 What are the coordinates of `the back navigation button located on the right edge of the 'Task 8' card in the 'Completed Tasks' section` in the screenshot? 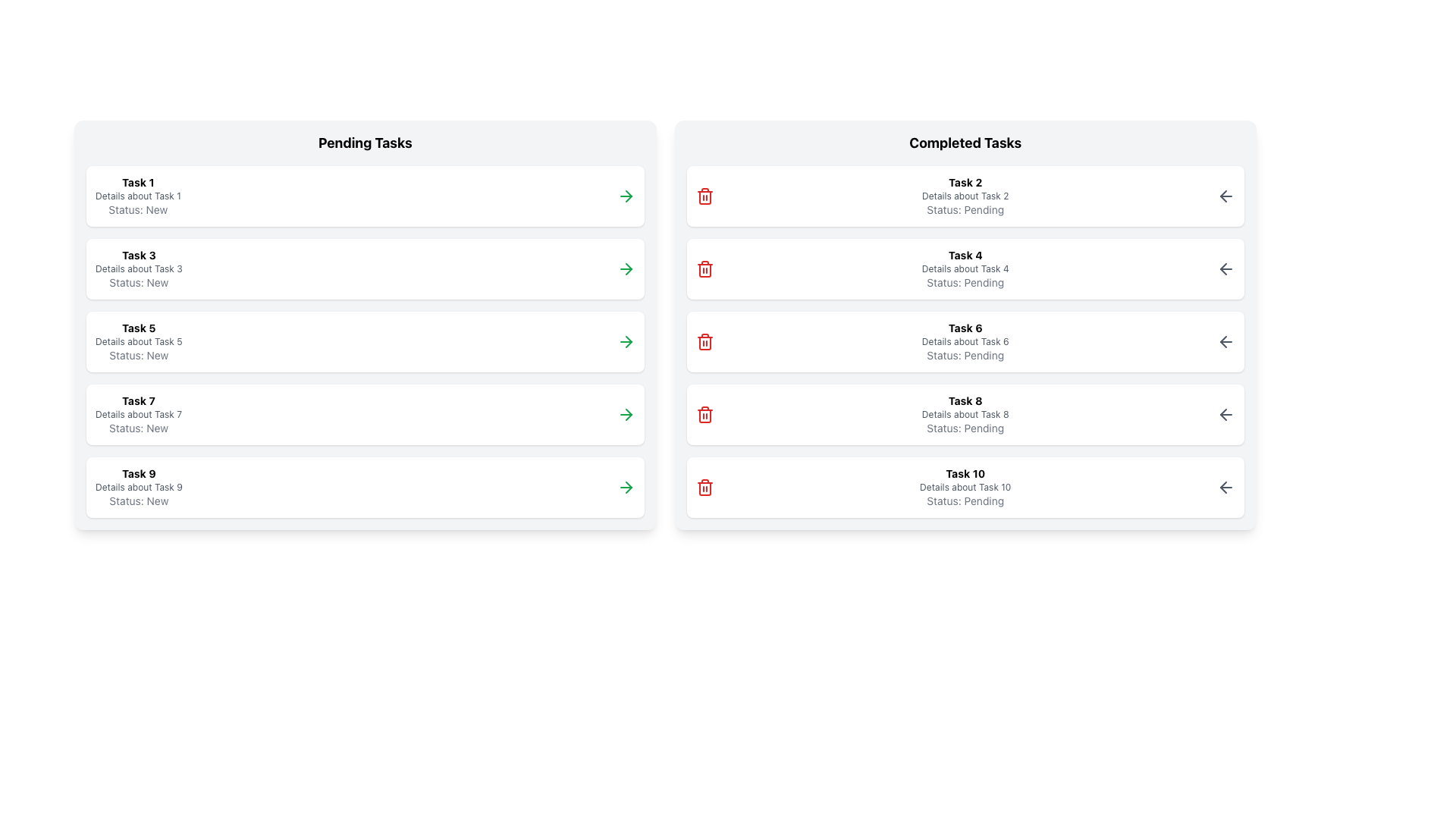 It's located at (1226, 415).